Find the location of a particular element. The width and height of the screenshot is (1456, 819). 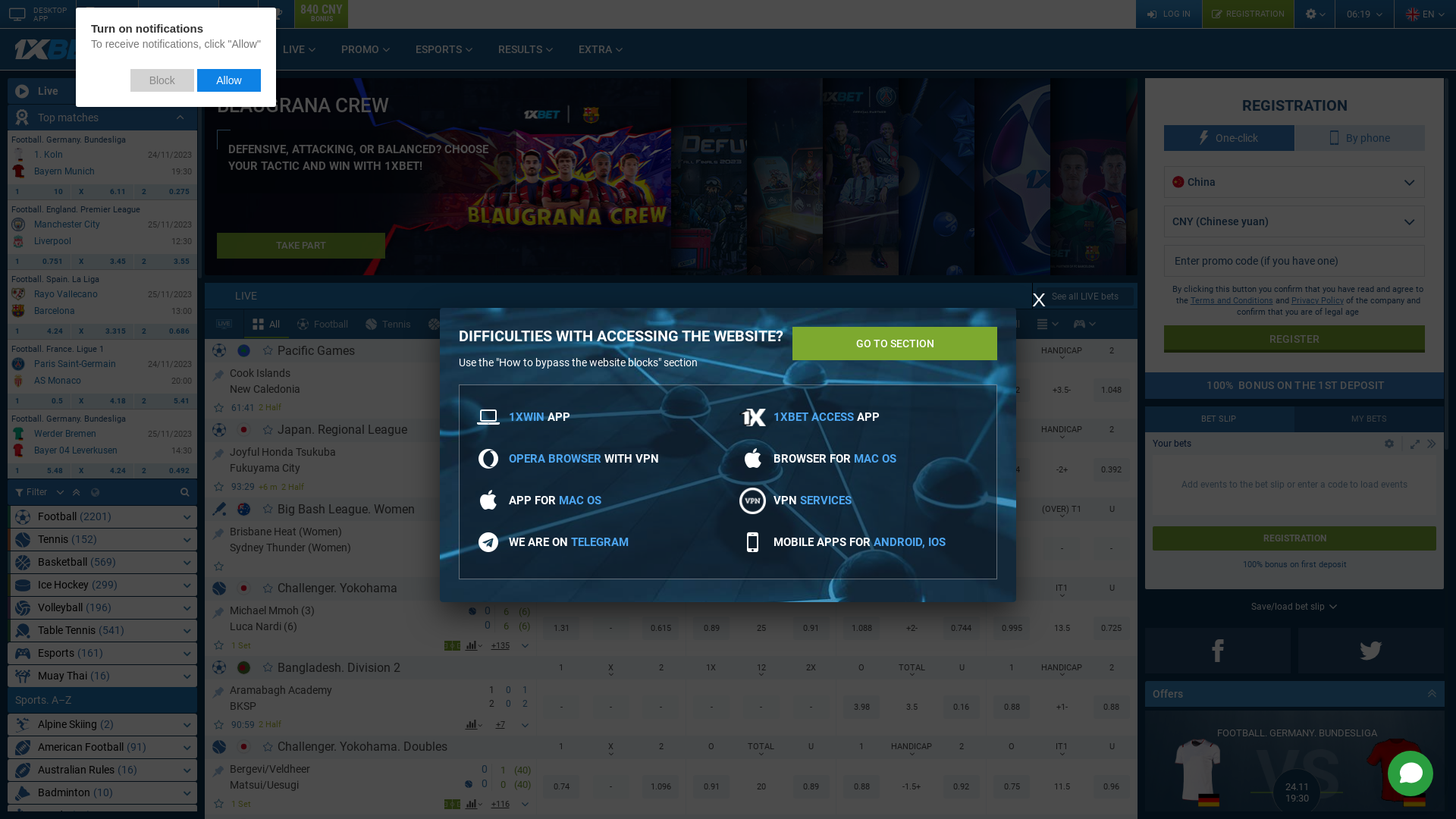

'Esports is located at coordinates (101, 652).